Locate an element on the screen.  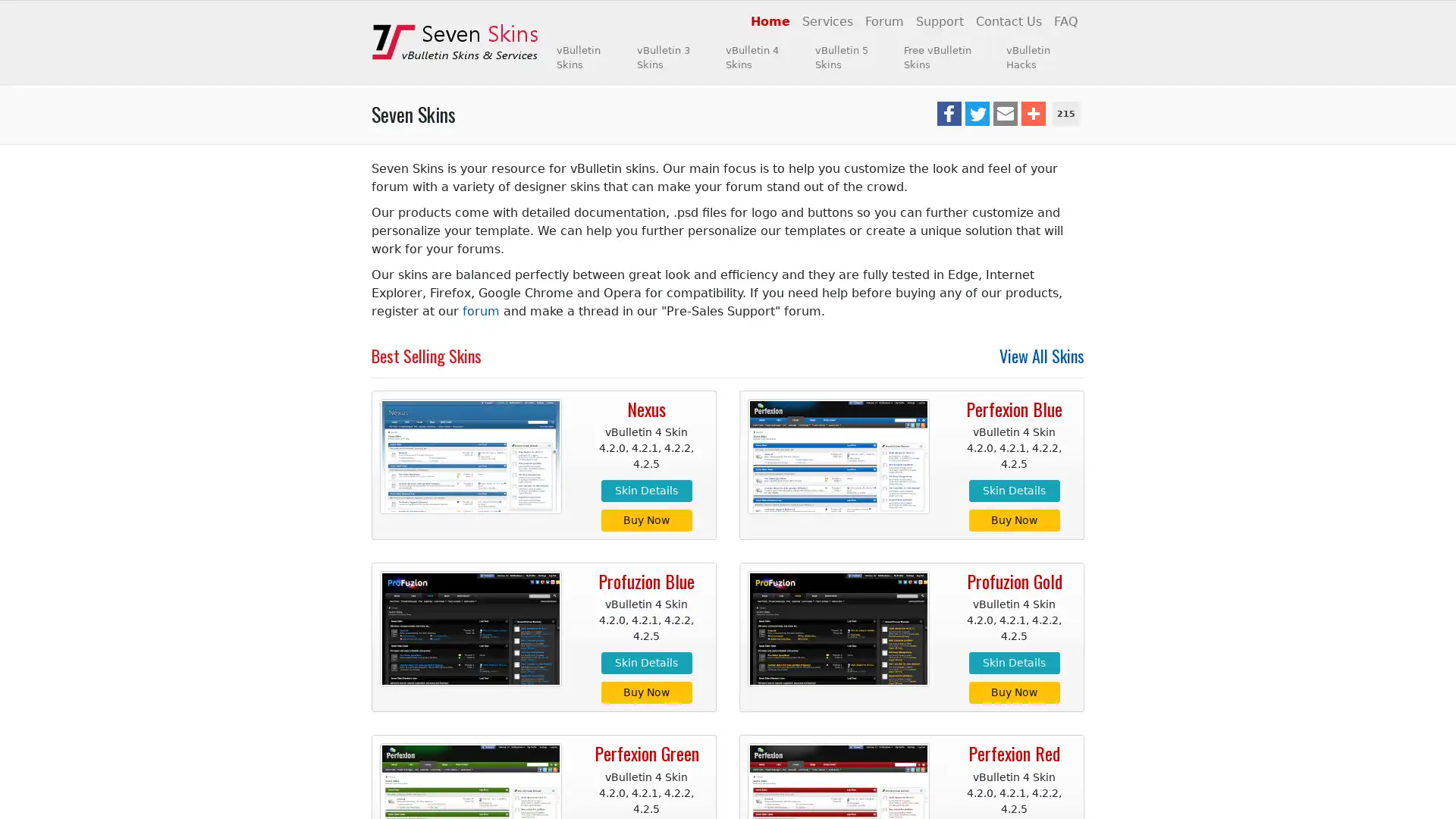
Skin Details is located at coordinates (645, 662).